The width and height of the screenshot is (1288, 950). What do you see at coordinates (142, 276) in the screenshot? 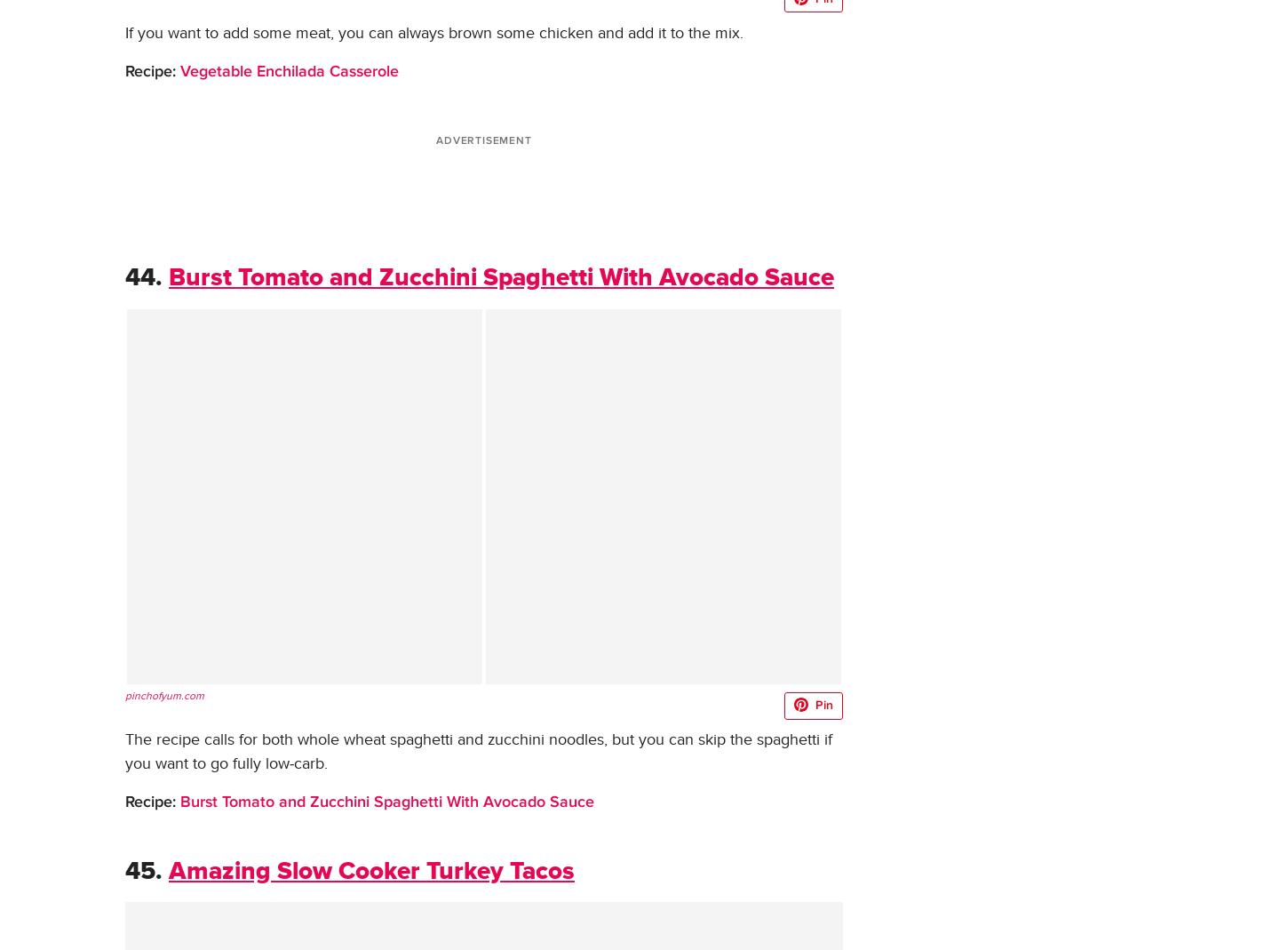
I see `'44.'` at bounding box center [142, 276].